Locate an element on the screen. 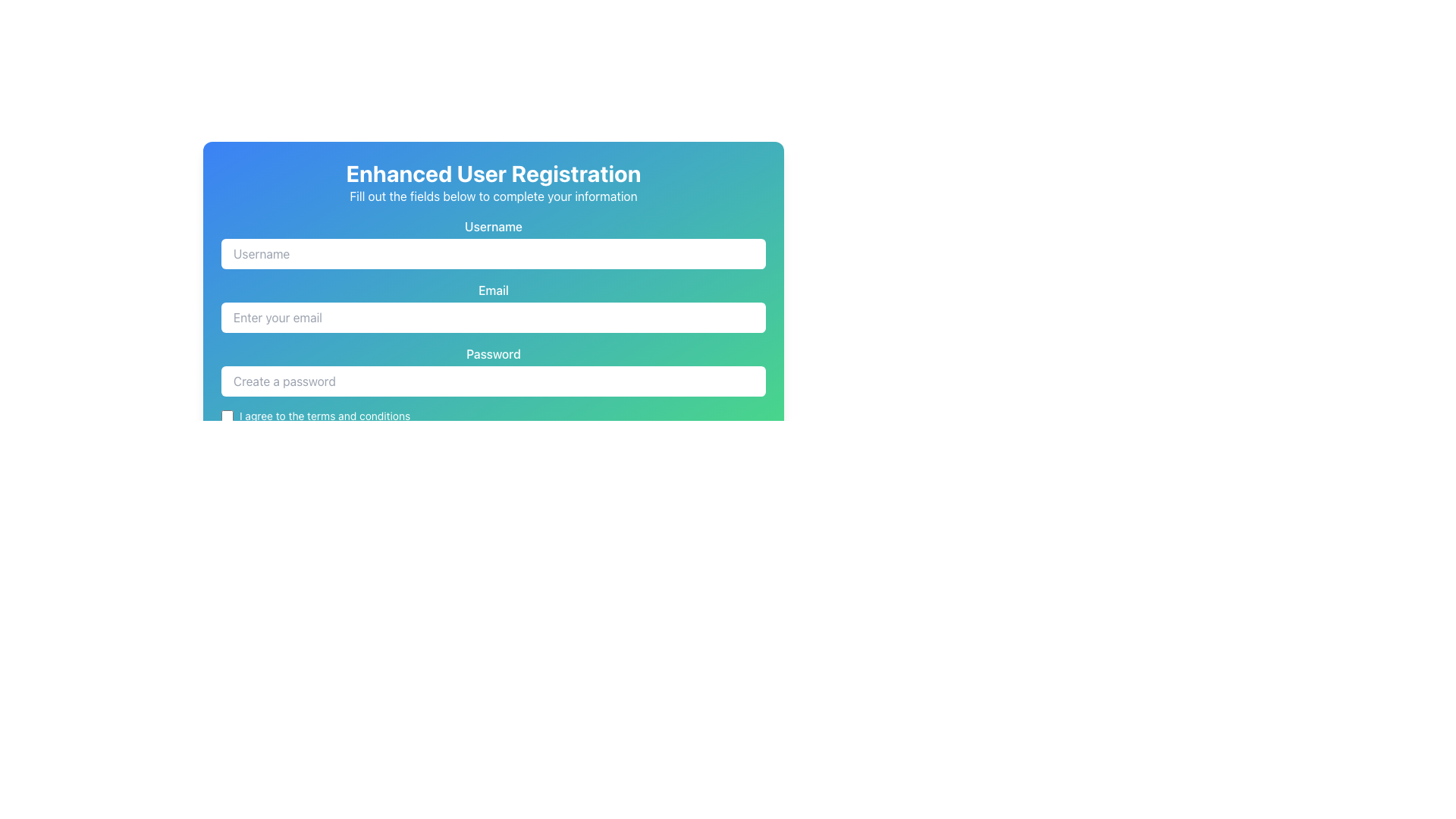 This screenshot has width=1456, height=819. legal agreement text label located to the right of the checkbox, positioned below the password input field is located at coordinates (324, 416).